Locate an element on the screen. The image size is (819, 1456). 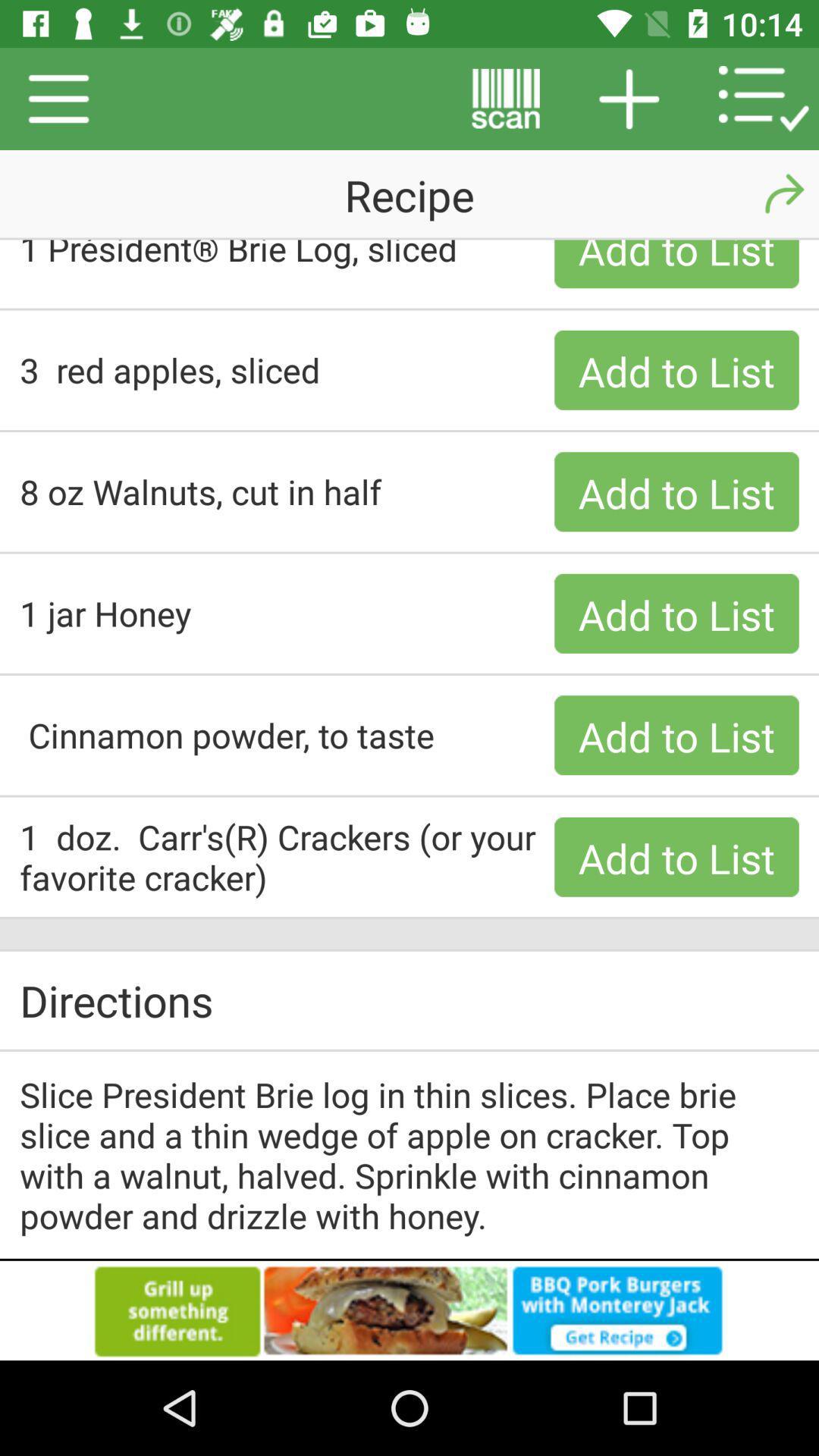
the redo icon is located at coordinates (783, 193).